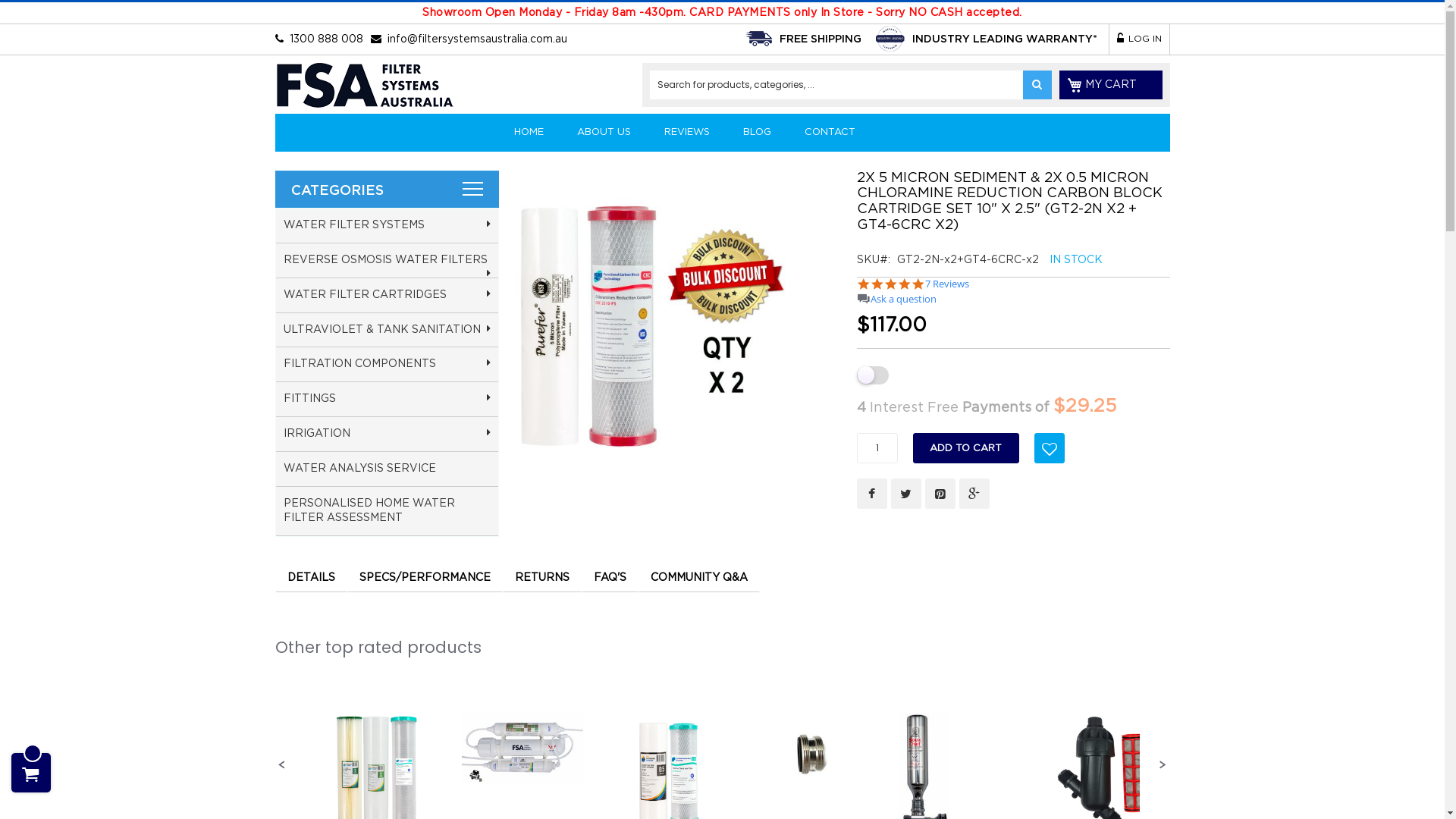  I want to click on 'DETAILS', so click(309, 576).